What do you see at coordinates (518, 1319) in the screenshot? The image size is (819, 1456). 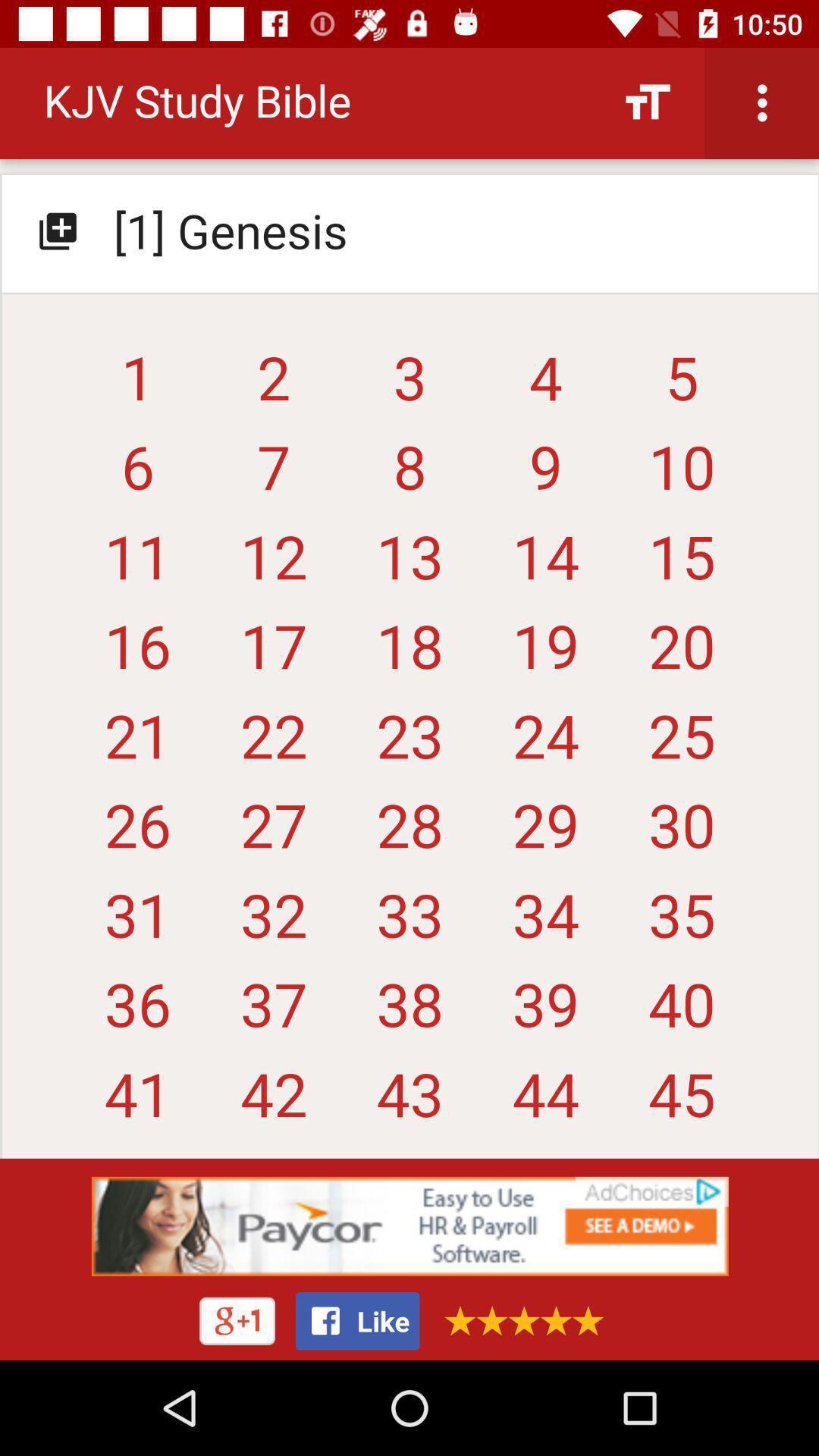 I see `leave rating` at bounding box center [518, 1319].